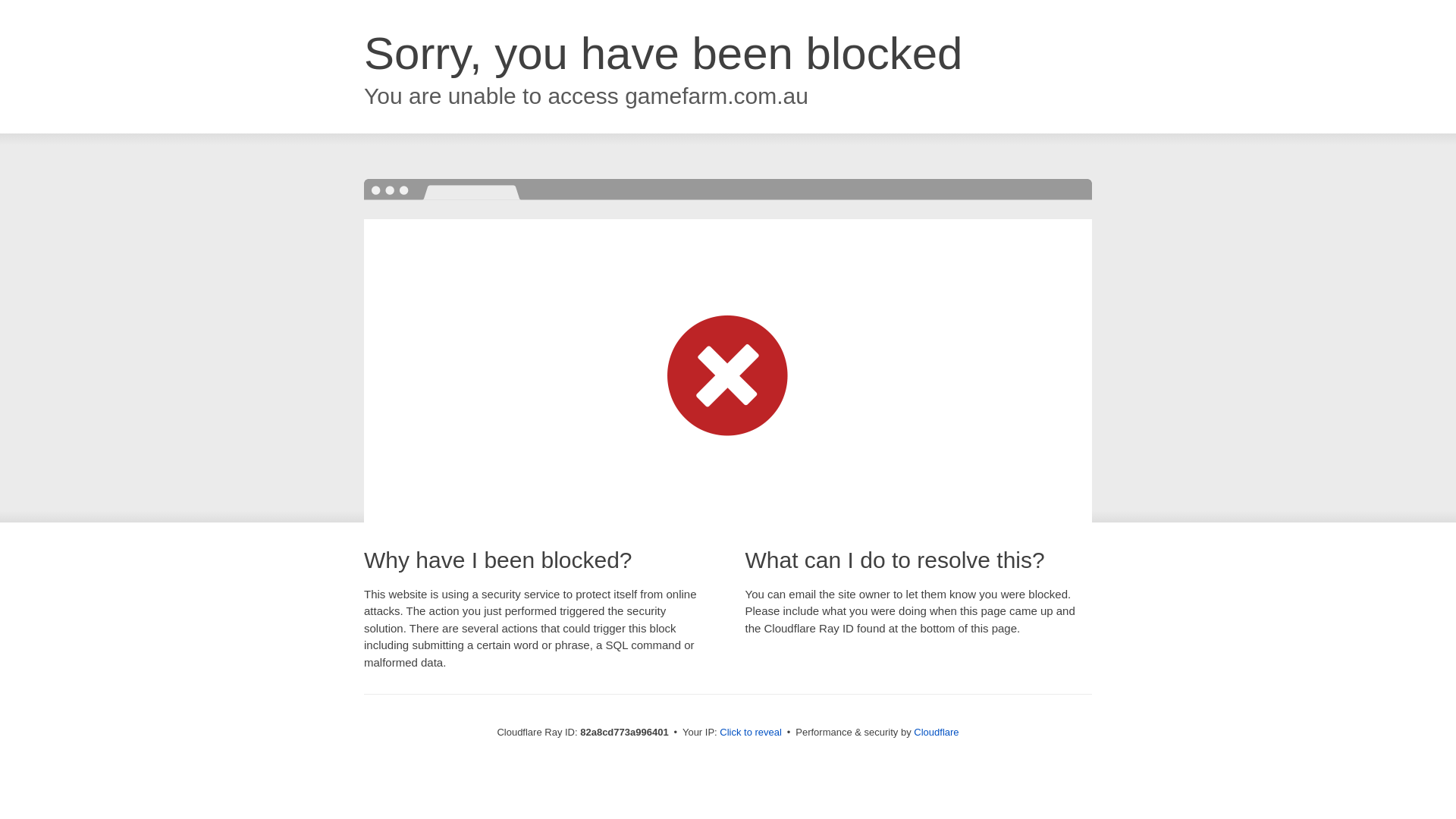  Describe the element at coordinates (912, 731) in the screenshot. I see `'Cloudflare'` at that location.